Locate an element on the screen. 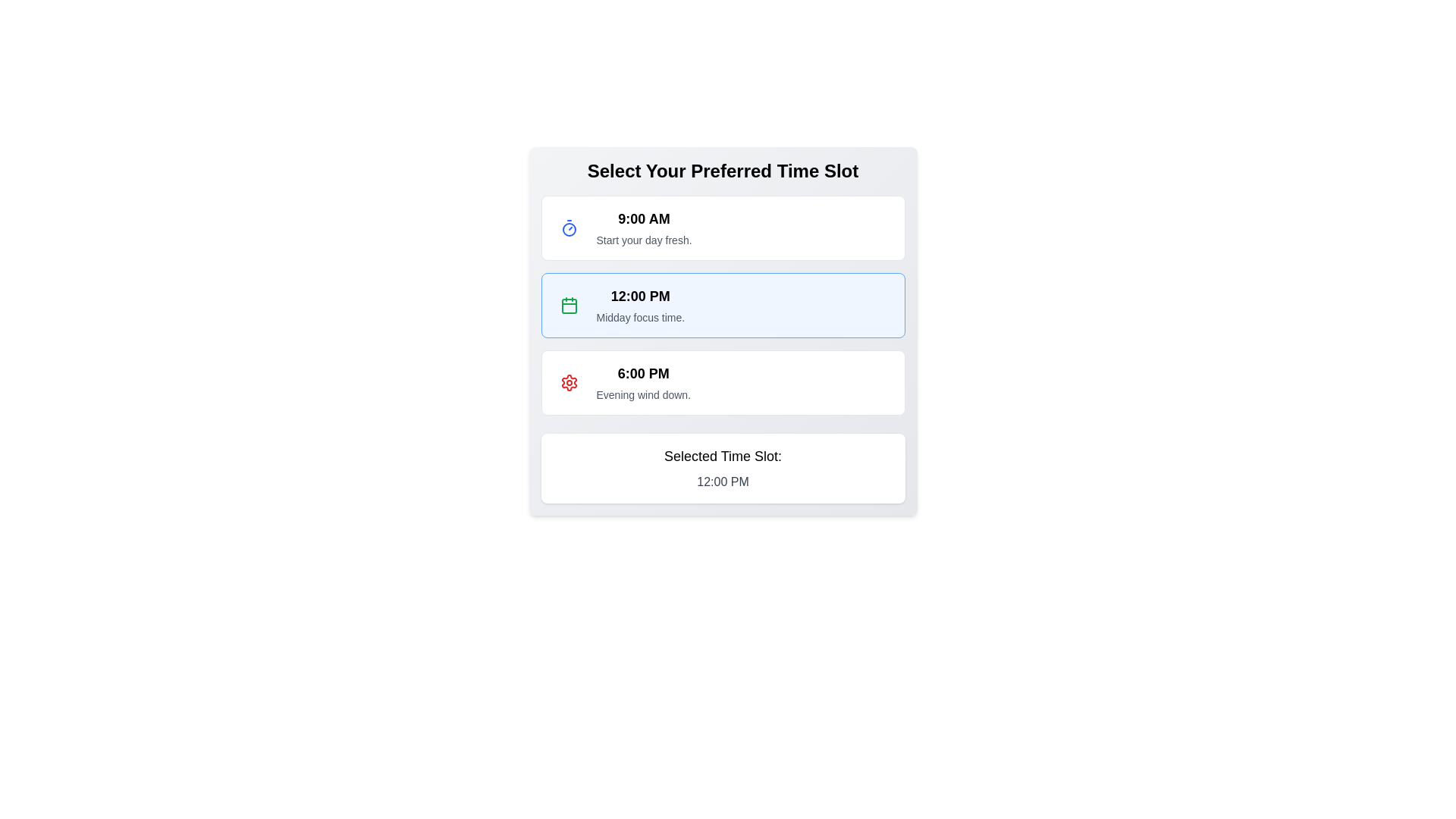 The width and height of the screenshot is (1456, 819). additional descriptive text element located under the '12:00 PM' label, which provides context about this time slot is located at coordinates (640, 317).